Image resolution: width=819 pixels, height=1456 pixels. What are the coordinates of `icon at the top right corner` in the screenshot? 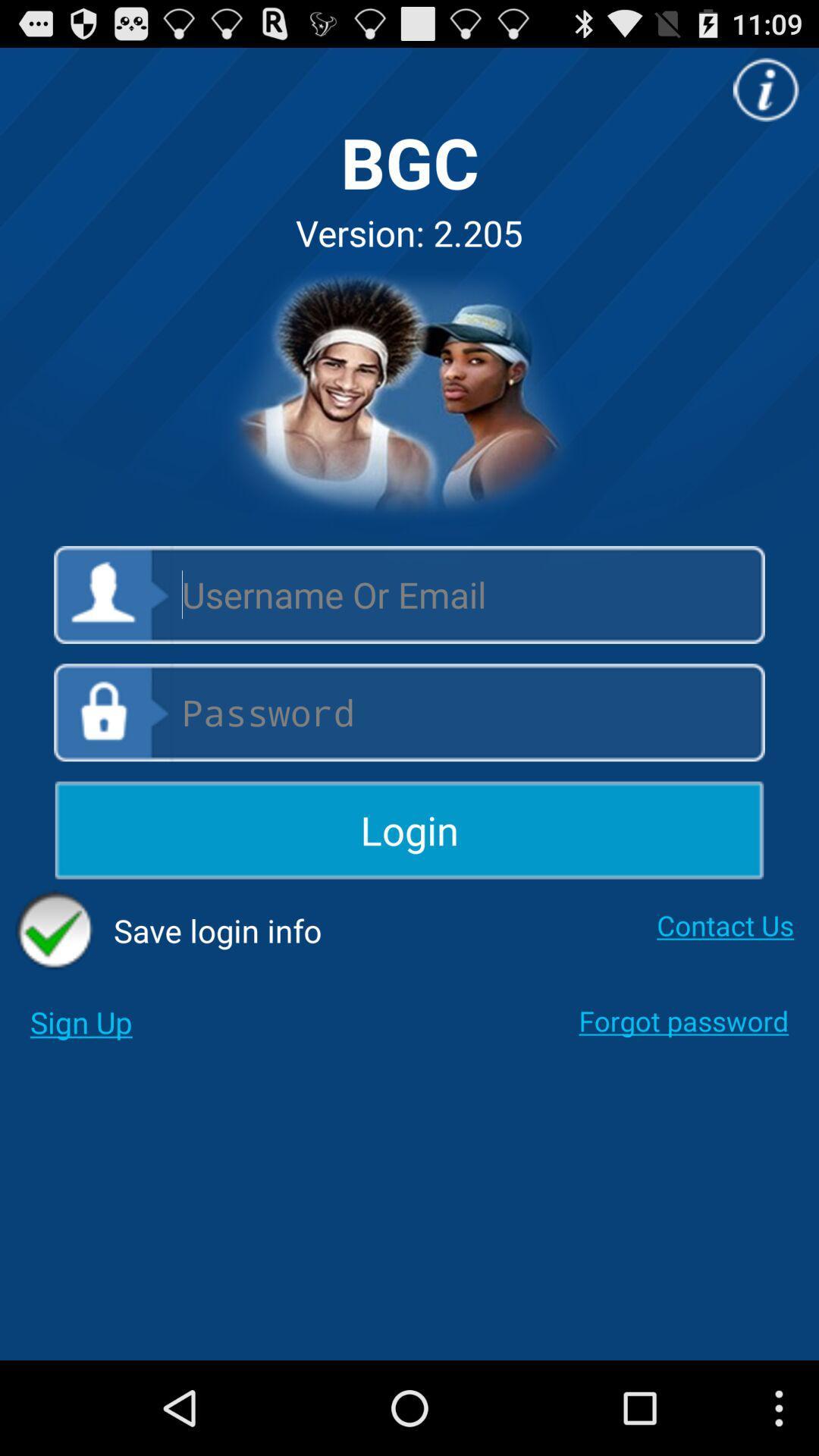 It's located at (766, 89).